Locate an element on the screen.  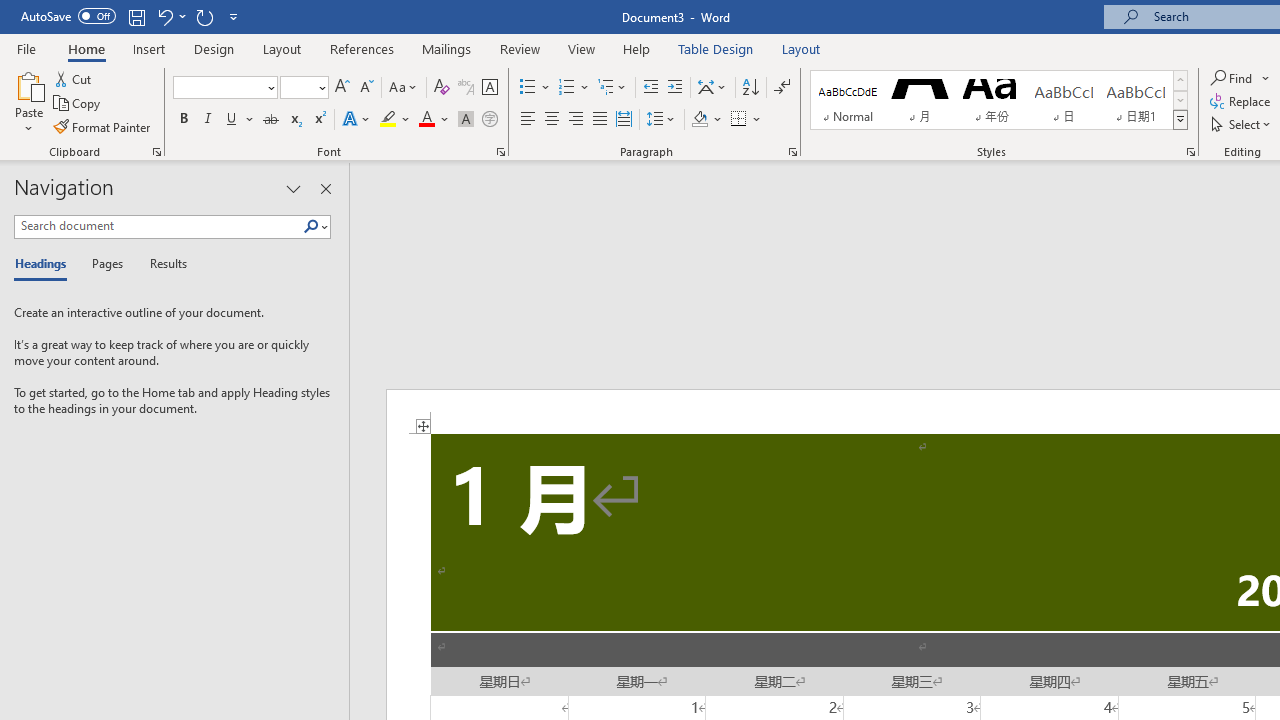
'Save' is located at coordinates (135, 16).